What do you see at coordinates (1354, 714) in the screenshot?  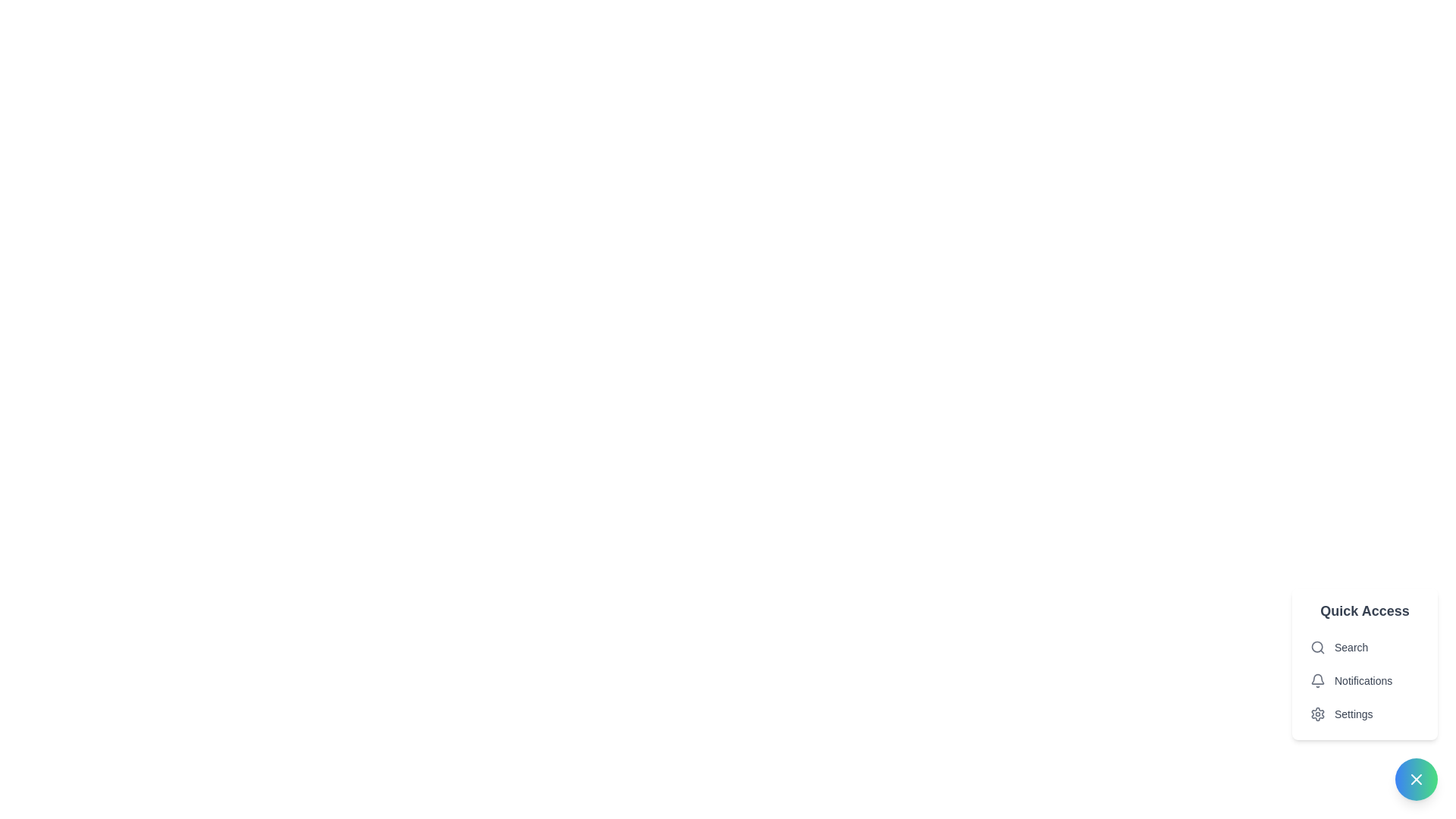 I see `the 'Settings' text label located in the menu beneath the 'Notifications' item` at bounding box center [1354, 714].